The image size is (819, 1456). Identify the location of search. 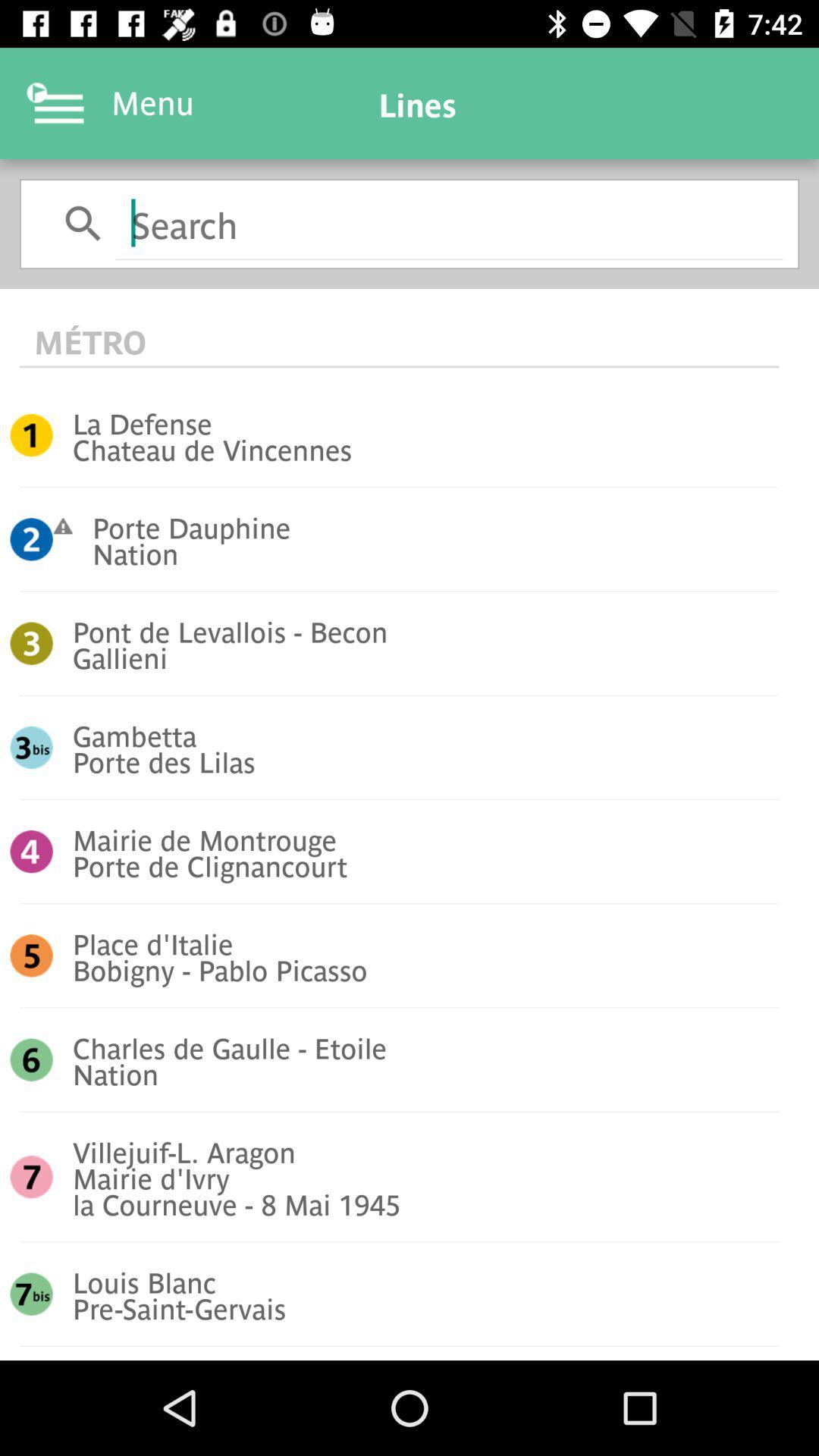
(448, 221).